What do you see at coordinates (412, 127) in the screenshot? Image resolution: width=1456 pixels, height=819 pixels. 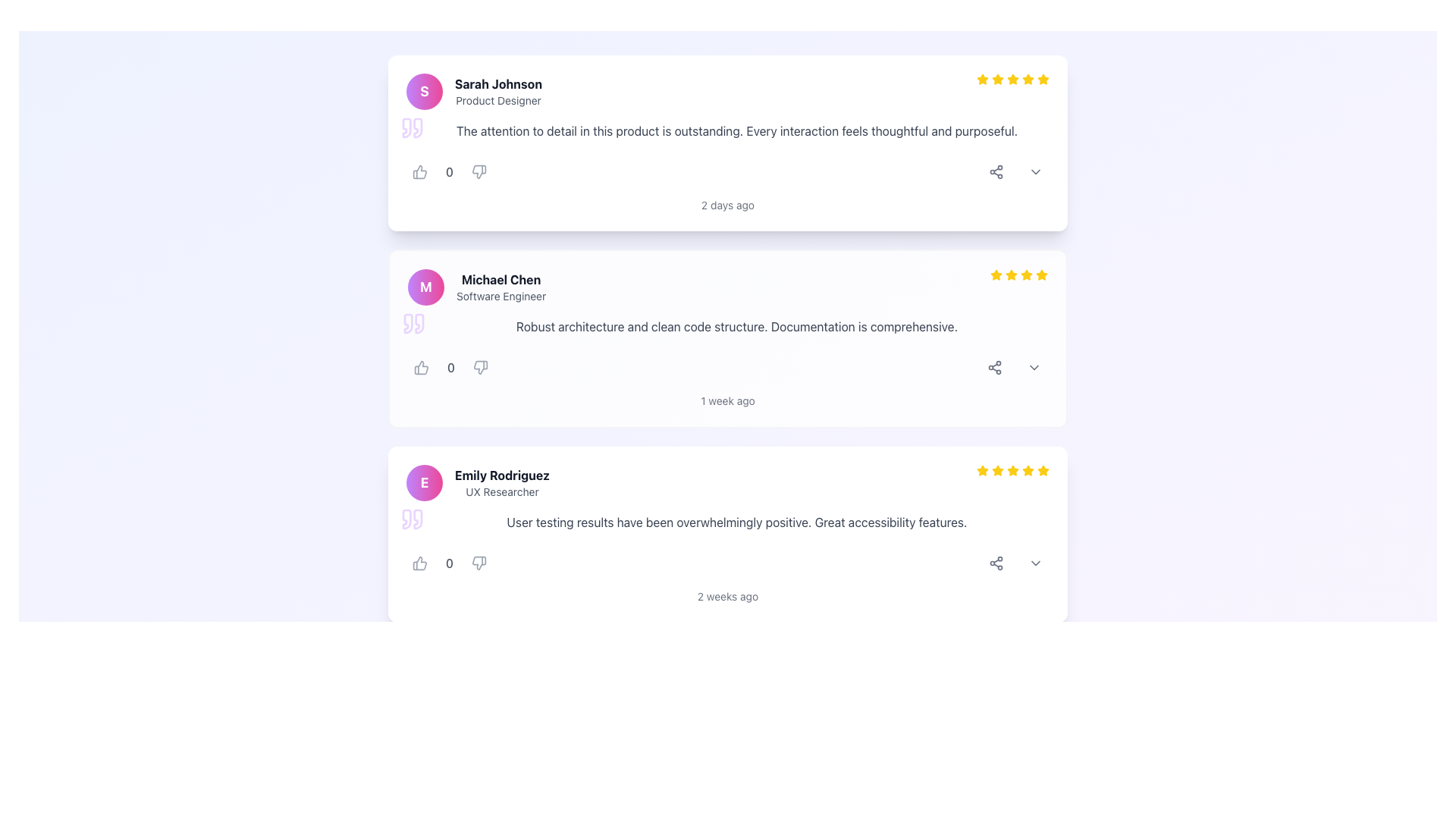 I see `the decorative purple quotation mark icon located at the top-left corner of the first testimonial card` at bounding box center [412, 127].